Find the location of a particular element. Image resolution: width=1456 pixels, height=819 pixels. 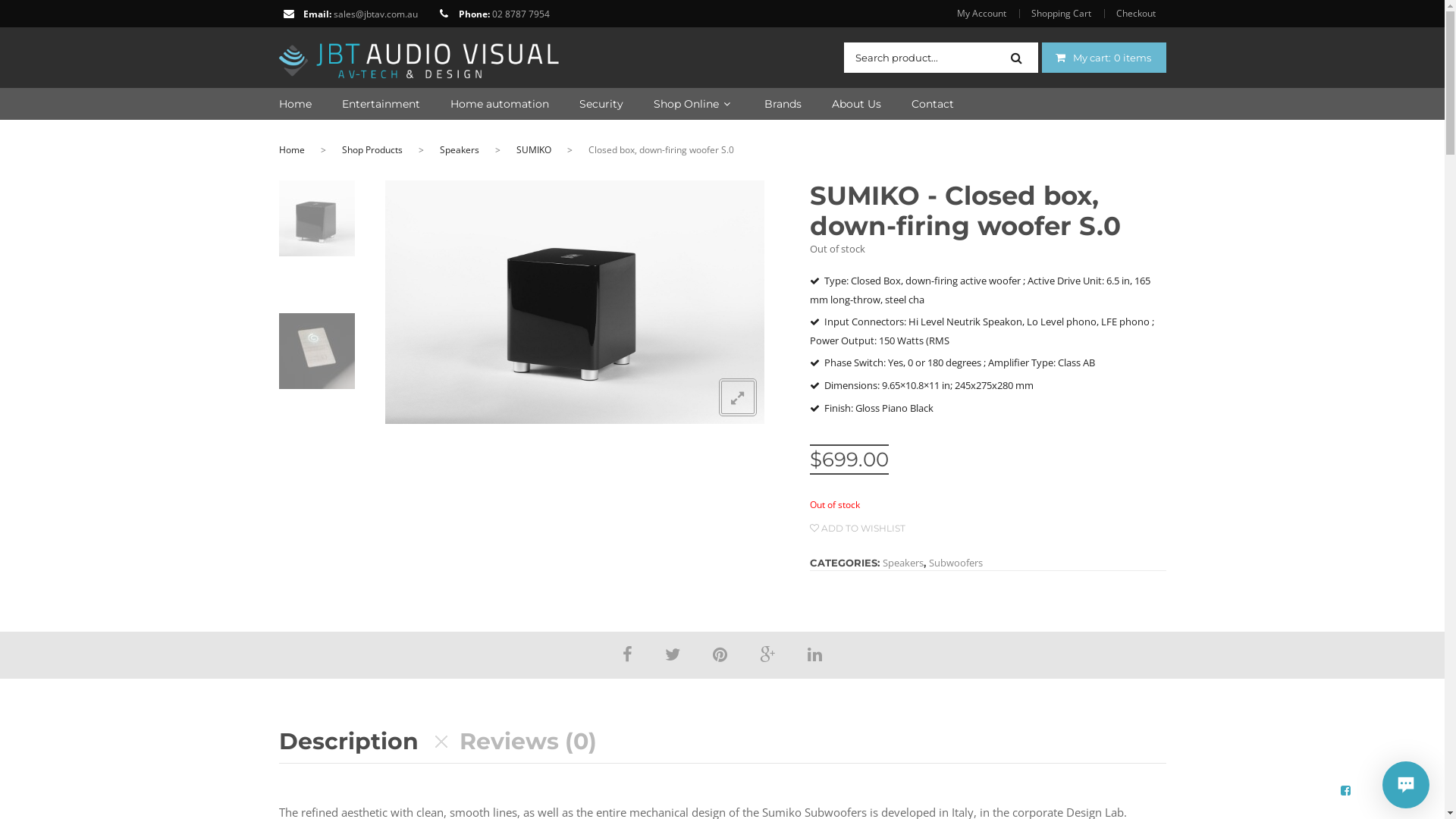

'Security' is located at coordinates (585, 103).